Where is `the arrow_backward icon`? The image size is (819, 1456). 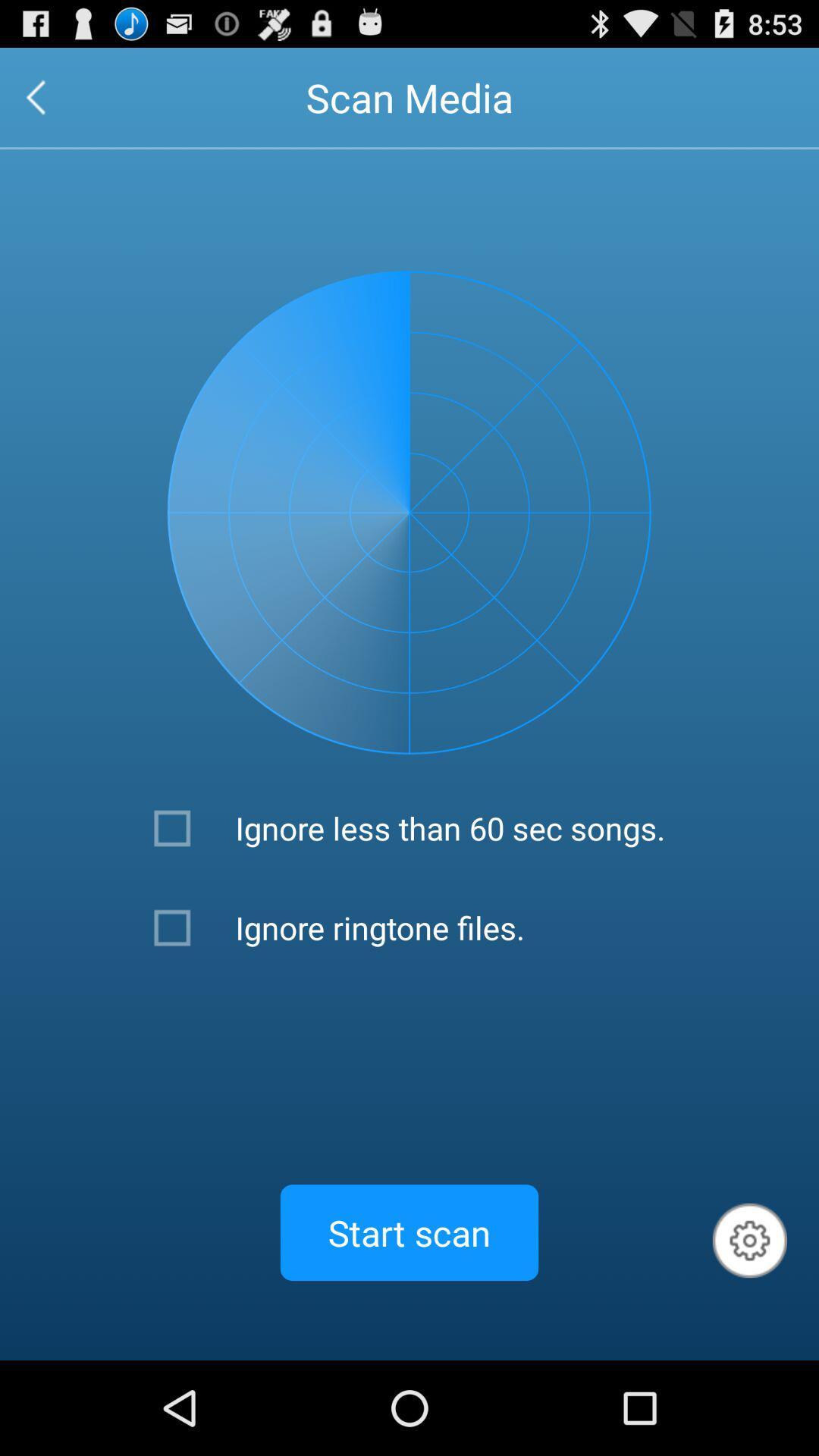 the arrow_backward icon is located at coordinates (35, 103).